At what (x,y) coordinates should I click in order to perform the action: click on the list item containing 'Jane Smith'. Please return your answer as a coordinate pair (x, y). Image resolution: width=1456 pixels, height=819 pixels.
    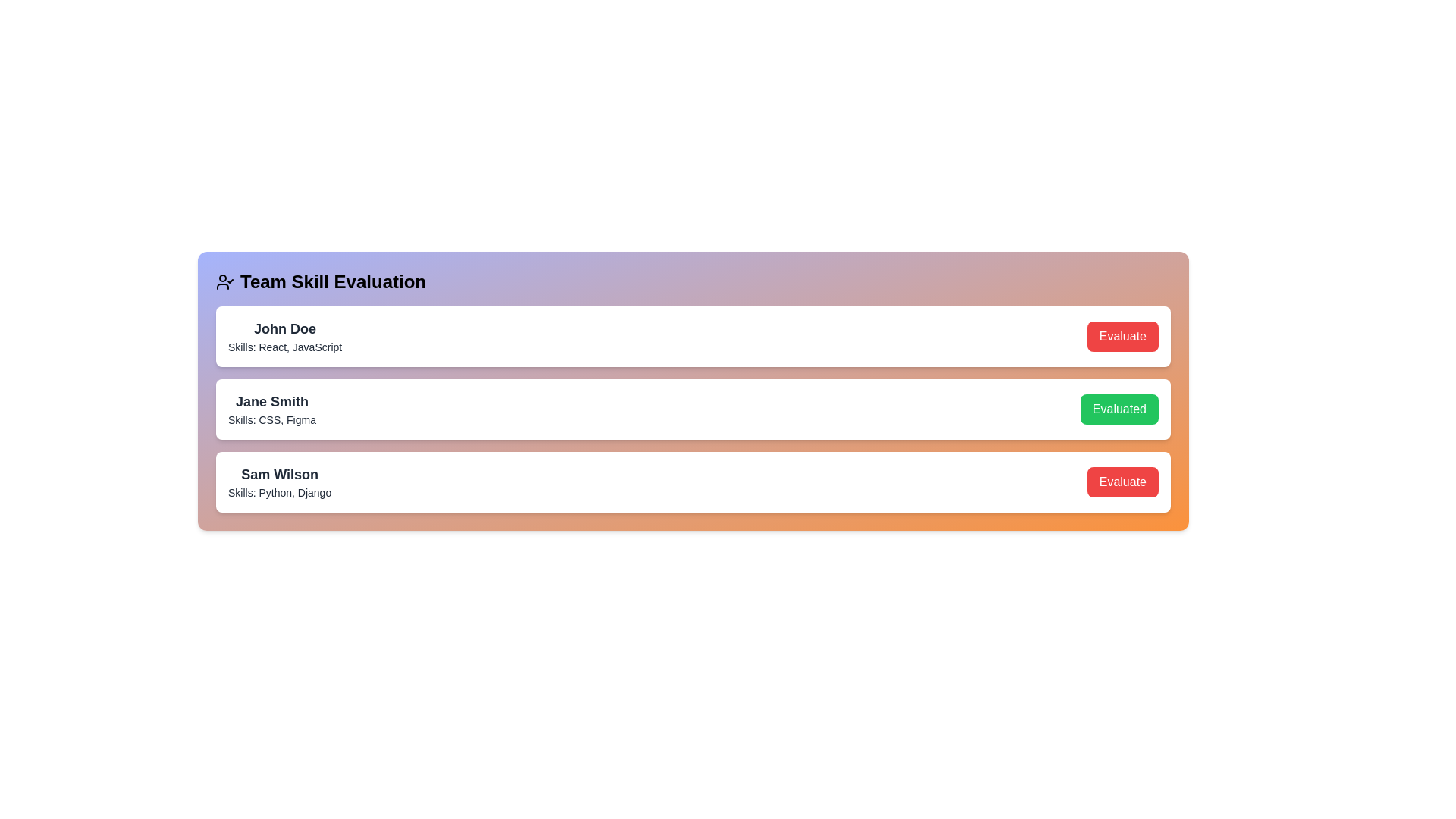
    Looking at the image, I should click on (692, 409).